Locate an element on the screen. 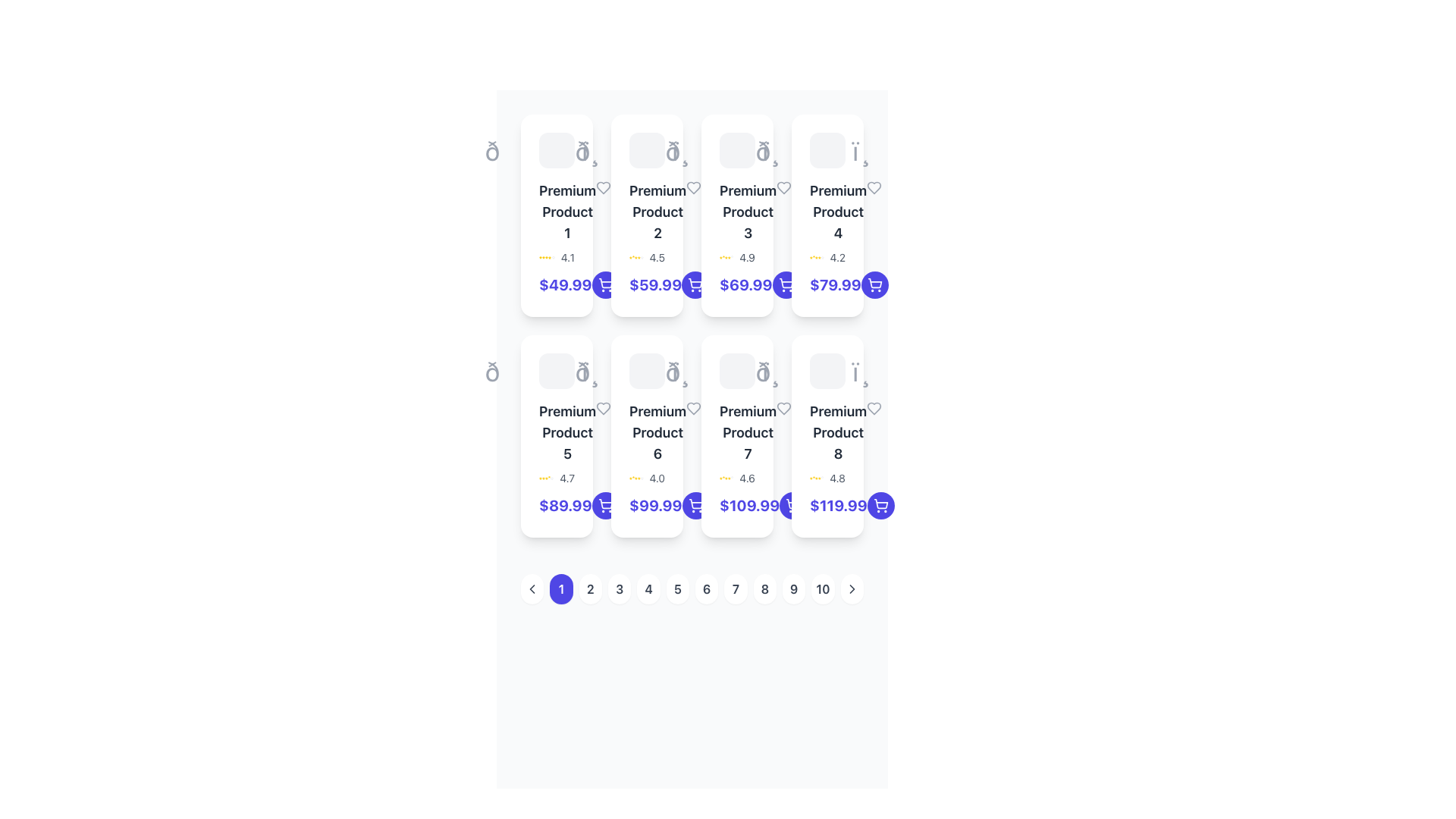 Image resolution: width=1456 pixels, height=819 pixels. the button on the product card for 'Premium Product 3' priced at $69.99 is located at coordinates (786, 284).